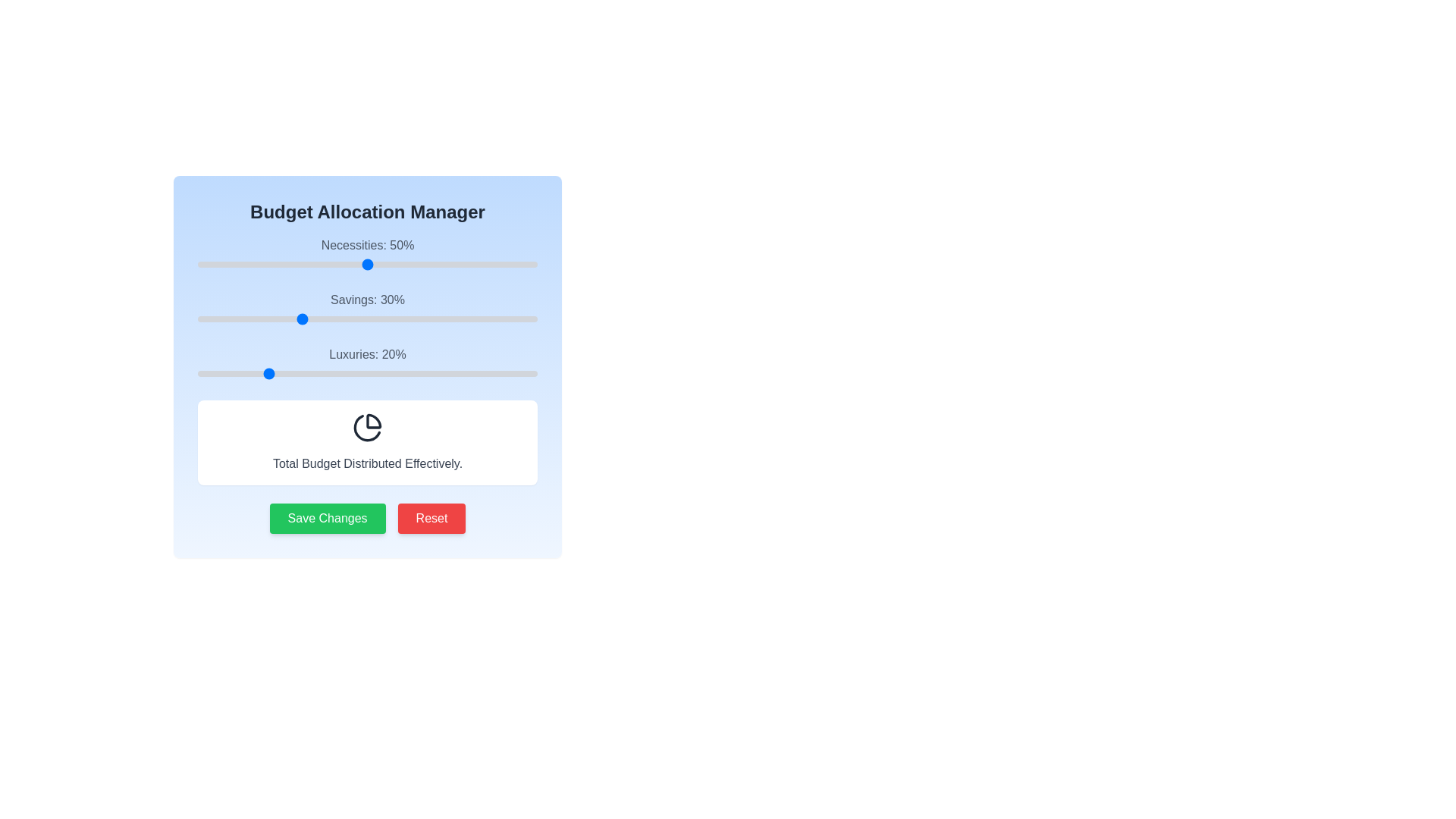  Describe the element at coordinates (210, 263) in the screenshot. I see `the 'necessities' slider` at that location.